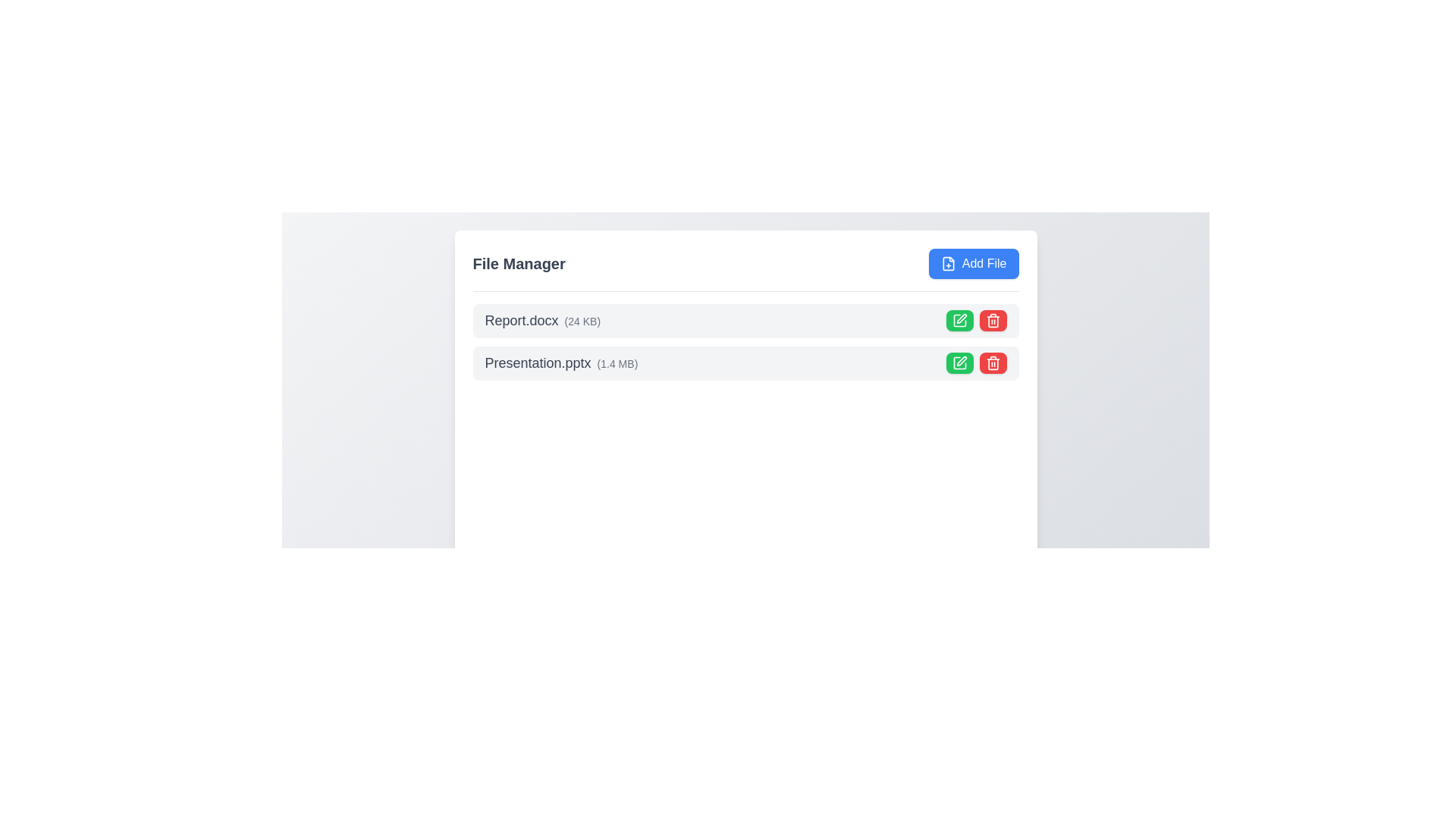  I want to click on the 'Add File' button icon, which resembles a file with a plus symbol, located at the top-right corner of the interface, so click(947, 262).